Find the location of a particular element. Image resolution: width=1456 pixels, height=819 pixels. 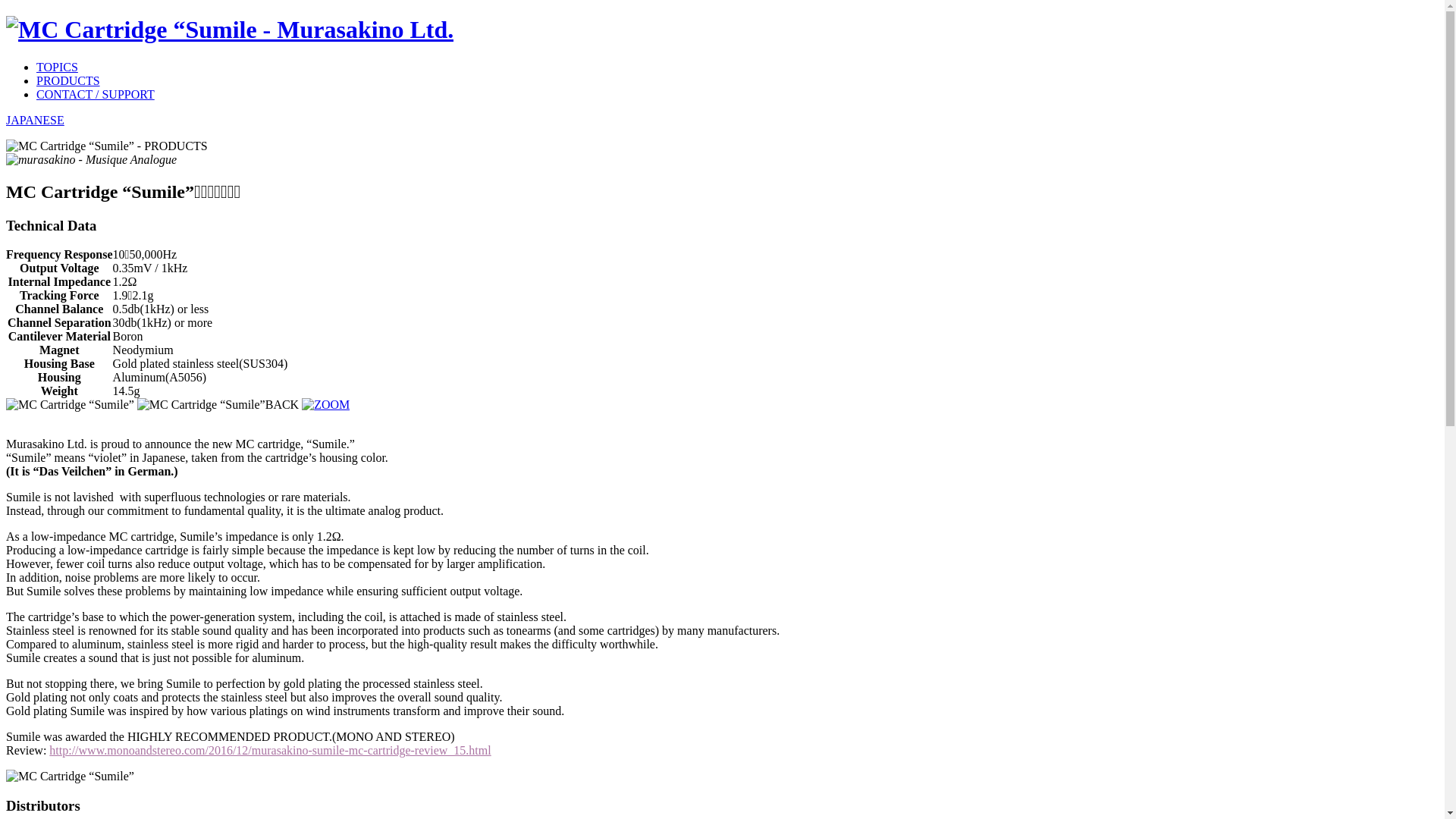

'JAPANESE' is located at coordinates (35, 119).